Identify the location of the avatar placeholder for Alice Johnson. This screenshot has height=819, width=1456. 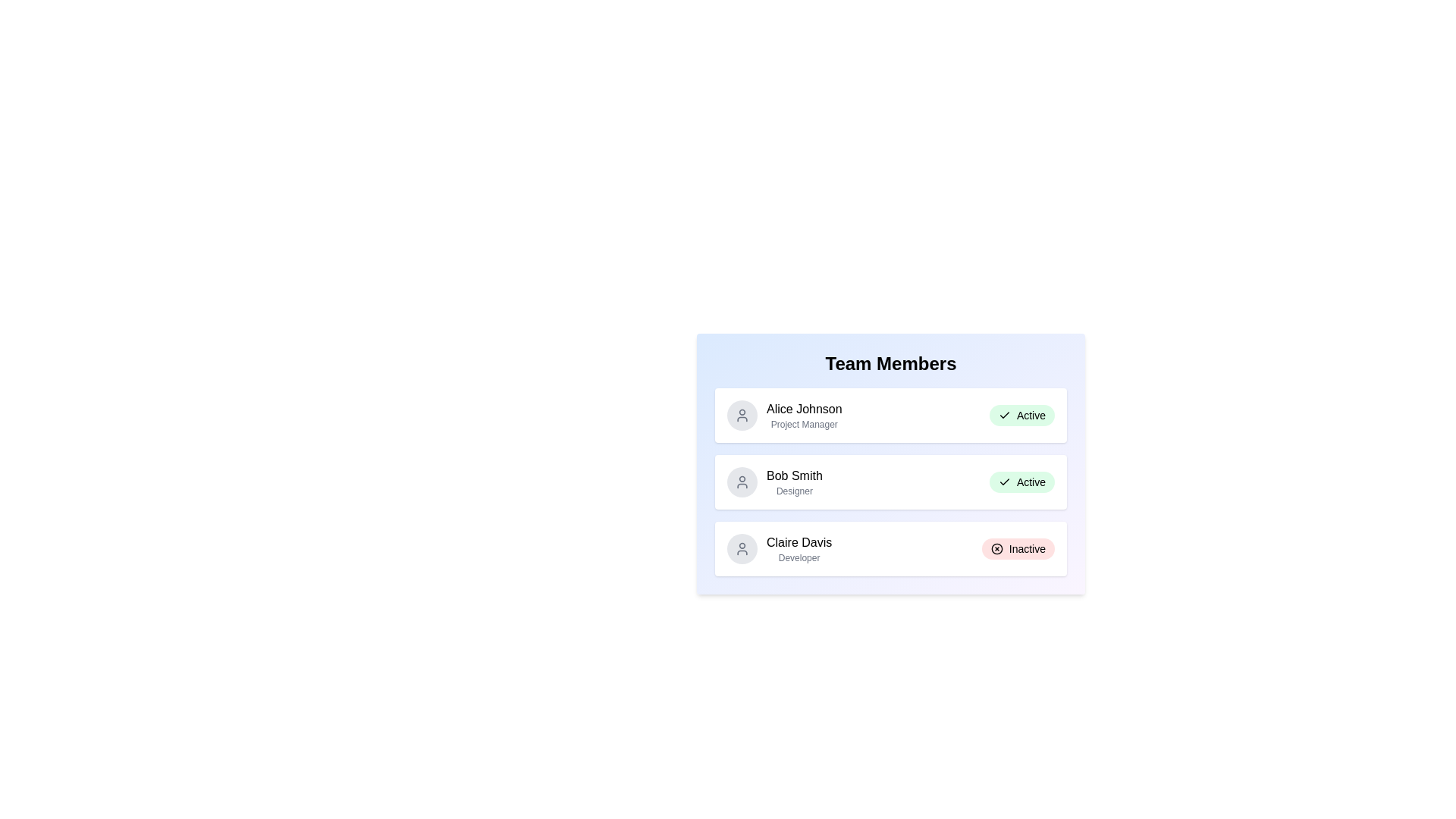
(742, 415).